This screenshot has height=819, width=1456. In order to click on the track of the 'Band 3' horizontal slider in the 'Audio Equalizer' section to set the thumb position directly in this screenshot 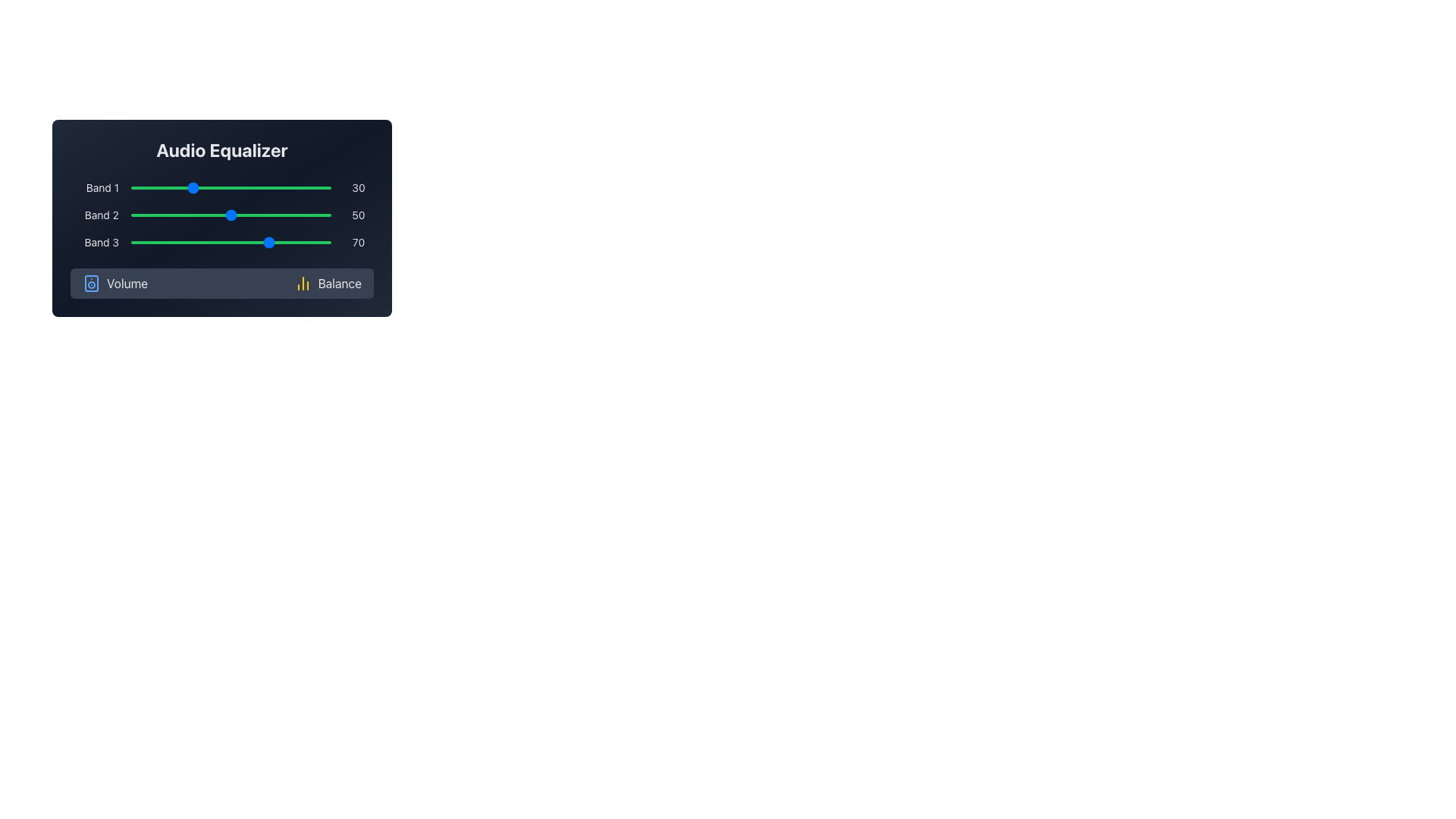, I will do `click(221, 242)`.